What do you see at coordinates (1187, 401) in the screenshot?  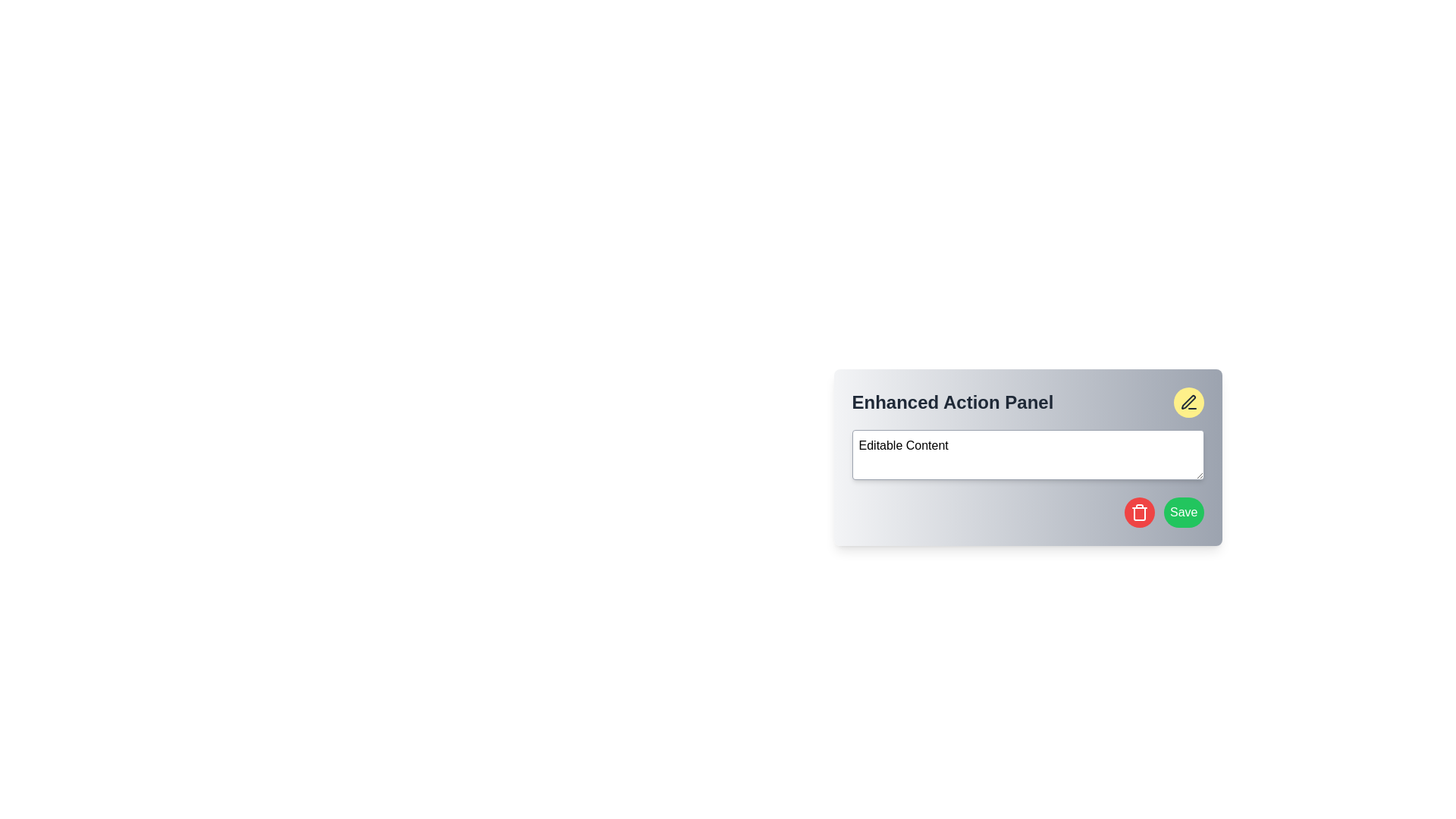 I see `the edit icon represented by a pen located at the top-right corner of the Enhanced Action Panel interface` at bounding box center [1187, 401].